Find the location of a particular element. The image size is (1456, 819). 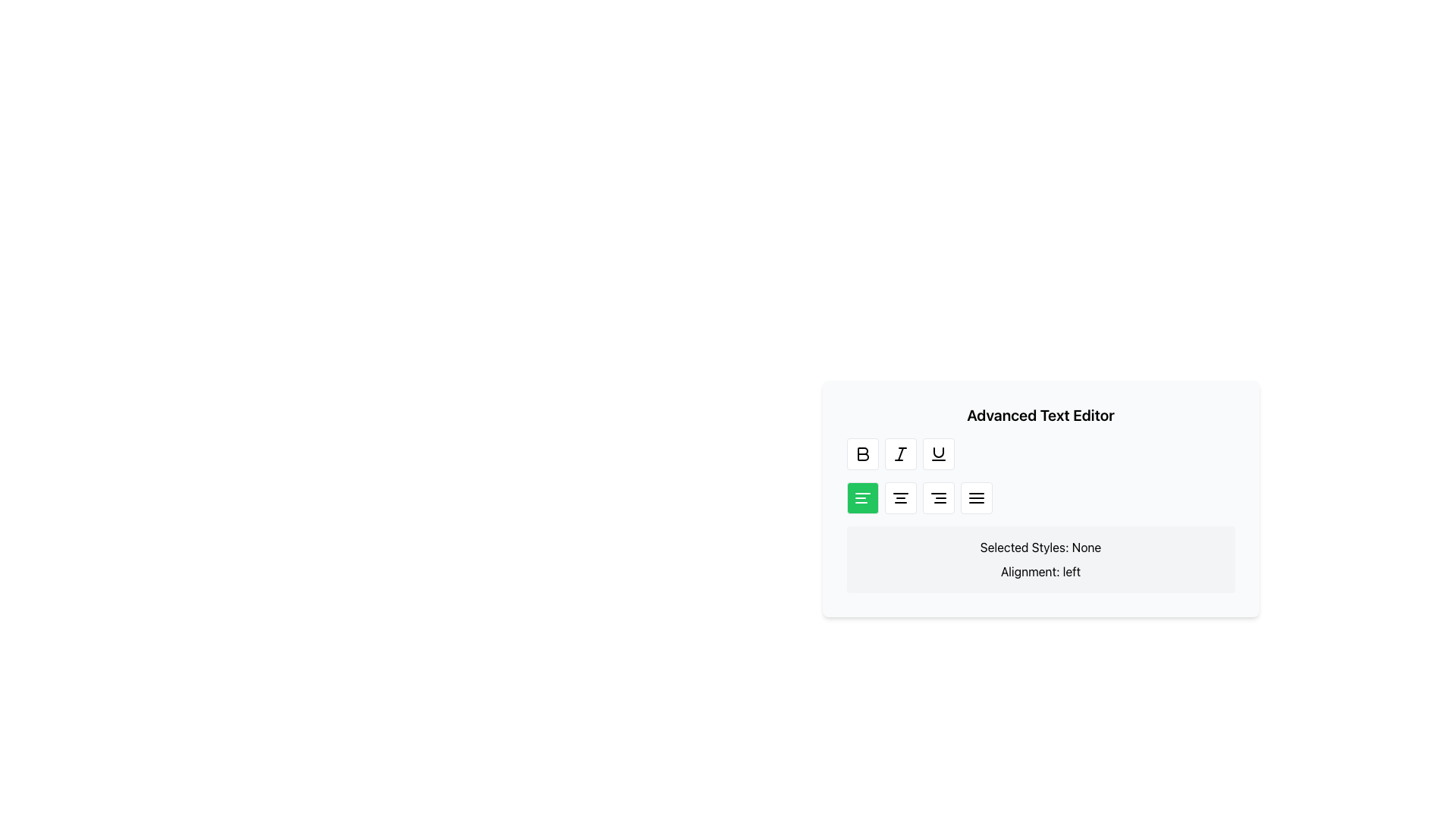

the Text Label that displays the current alignment setting, which indicates 'left.' This label is located below 'Selected Styles: None' in the right-central part of the interface is located at coordinates (1040, 571).